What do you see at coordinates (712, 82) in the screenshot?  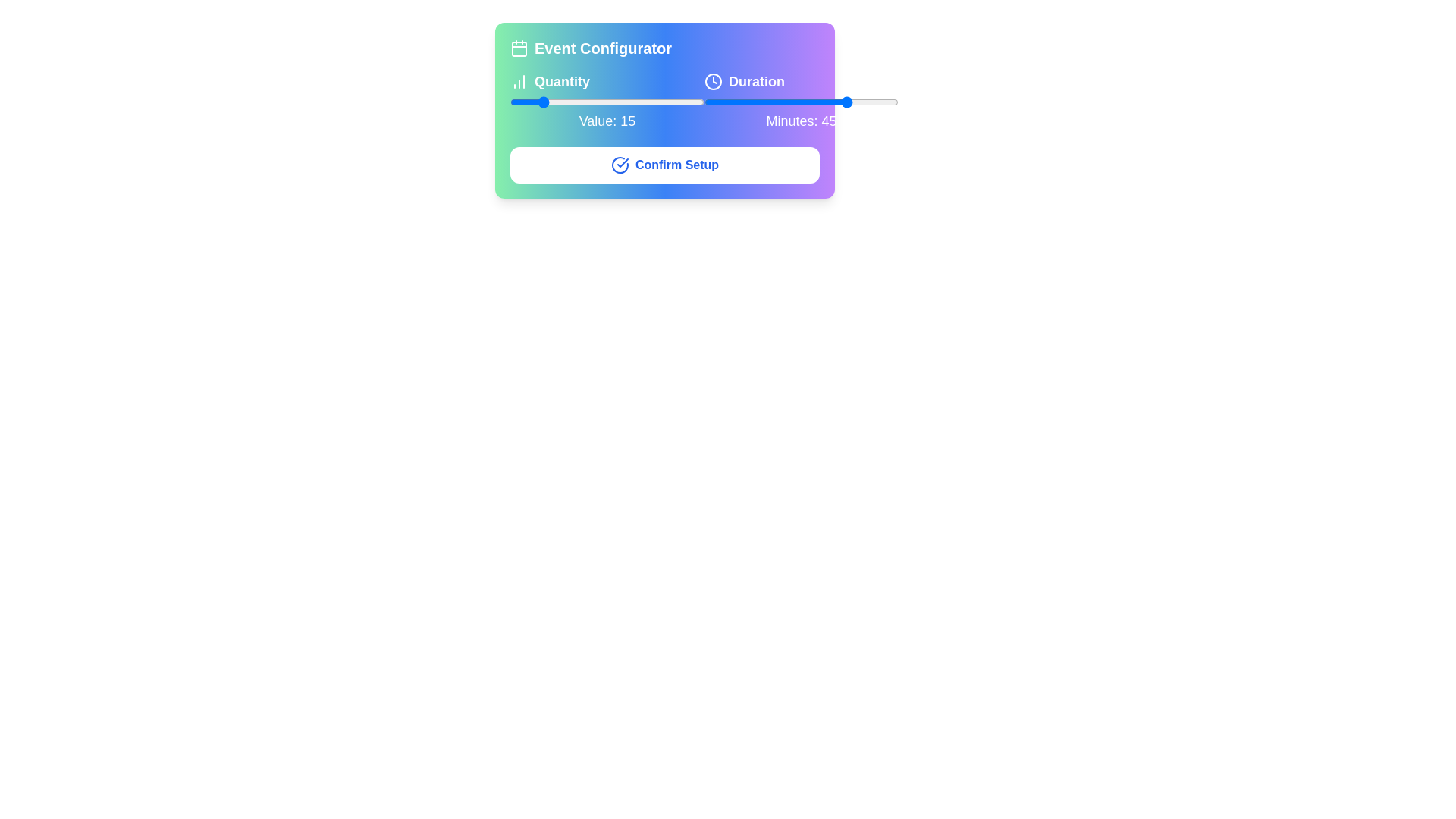 I see `the circular graphic representation styled as a clock face, which is centrally positioned within the clock icon located to the right of the 'Duration' label in the interface` at bounding box center [712, 82].